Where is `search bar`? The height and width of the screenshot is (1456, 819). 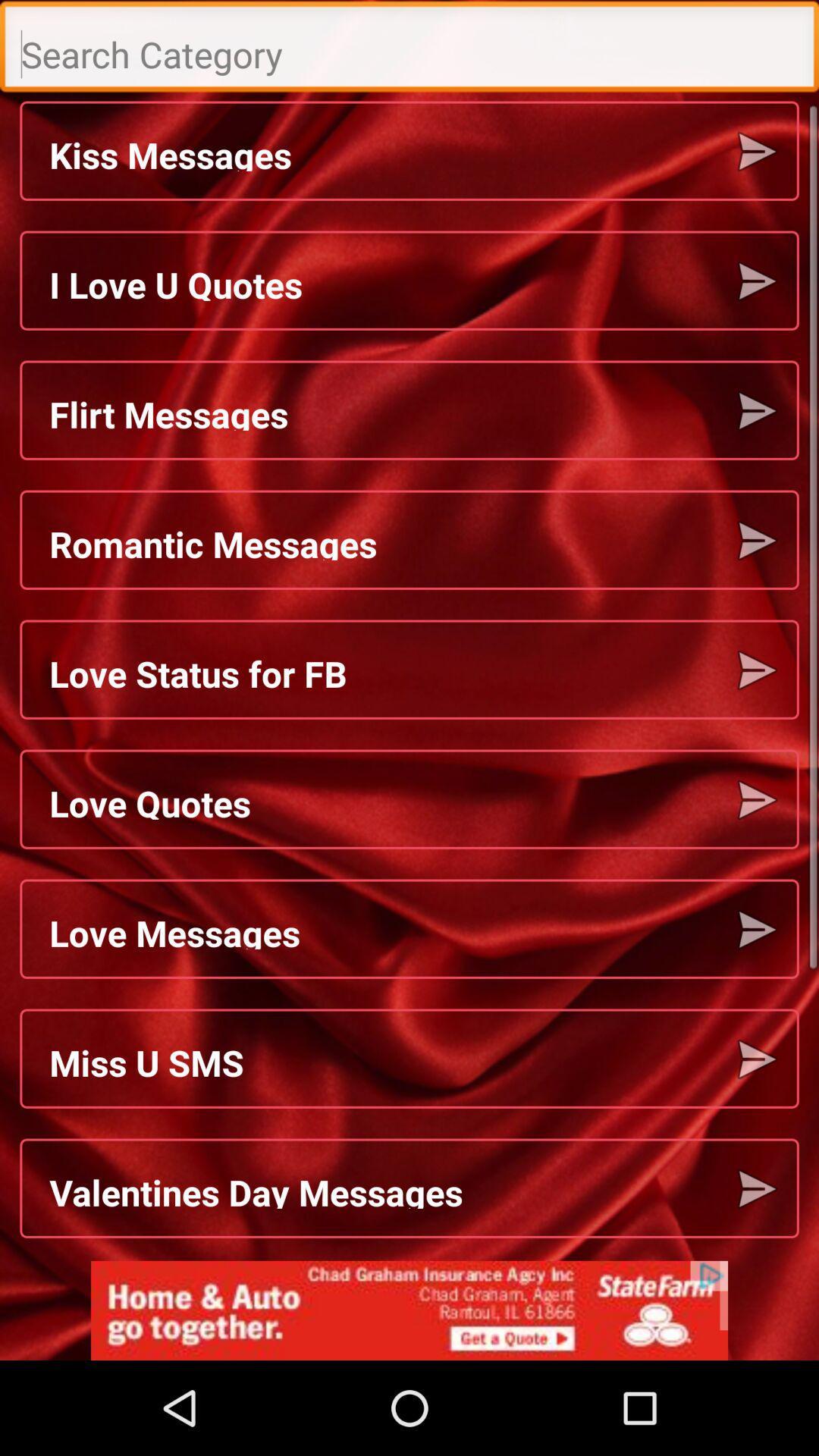
search bar is located at coordinates (409, 50).